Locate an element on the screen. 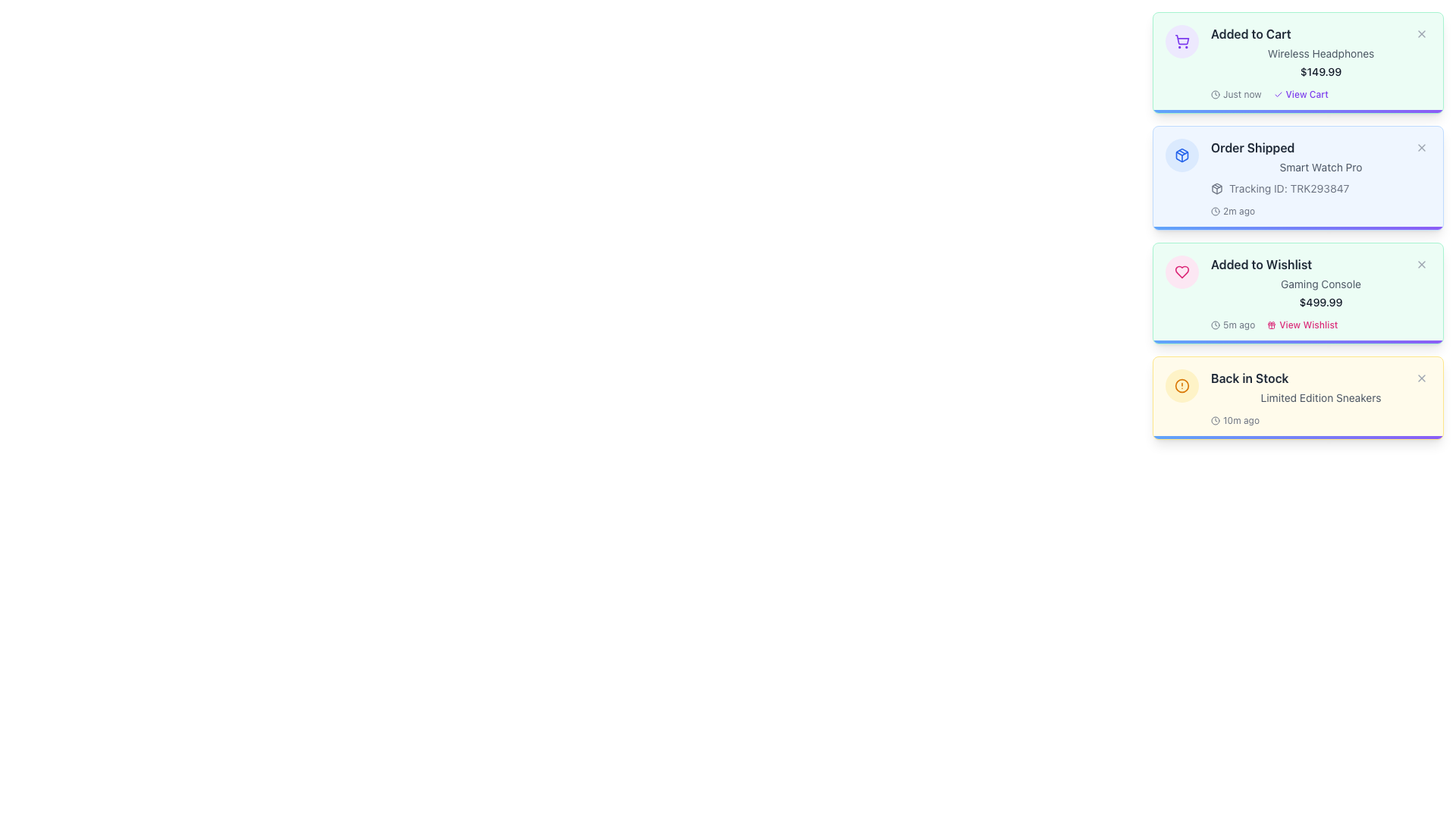 The height and width of the screenshot is (819, 1456). the compact circular button with a small X icon in the top-right corner of the 'Back in Stock' notification is located at coordinates (1421, 377).